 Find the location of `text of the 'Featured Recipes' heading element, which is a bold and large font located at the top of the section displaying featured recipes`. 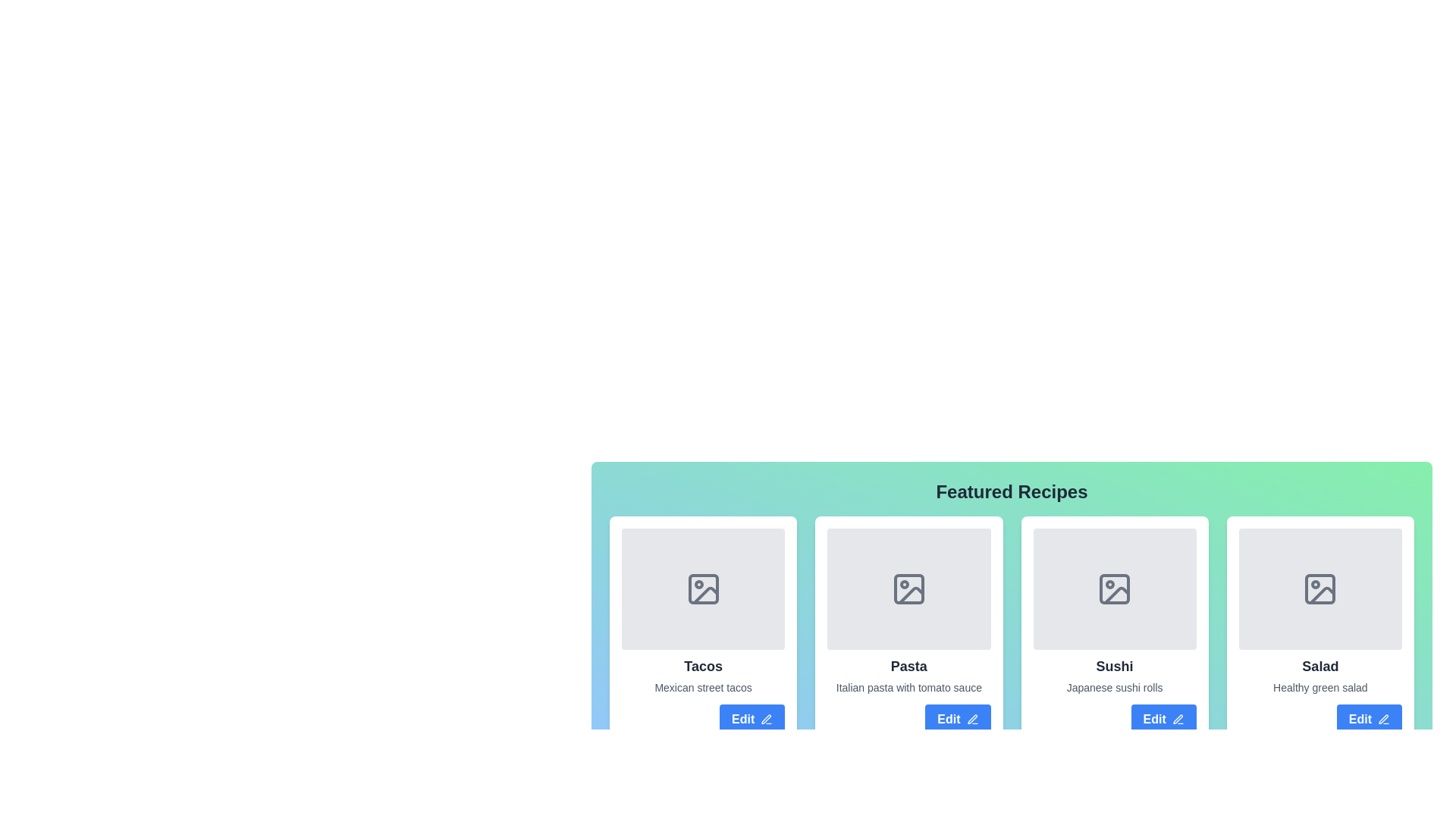

text of the 'Featured Recipes' heading element, which is a bold and large font located at the top of the section displaying featured recipes is located at coordinates (1012, 491).